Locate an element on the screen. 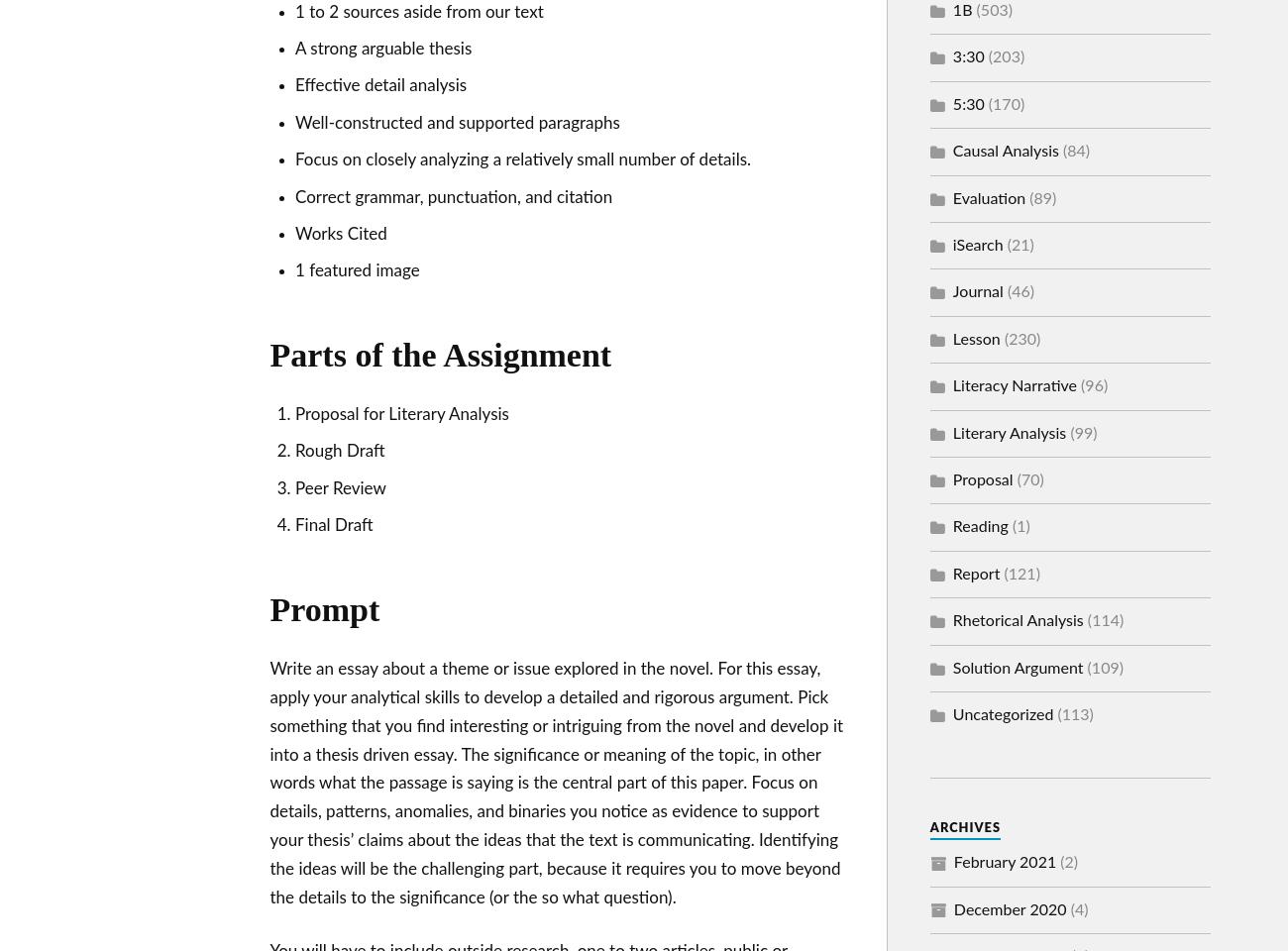  'Correct grammar, punctuation, and citation' is located at coordinates (452, 196).